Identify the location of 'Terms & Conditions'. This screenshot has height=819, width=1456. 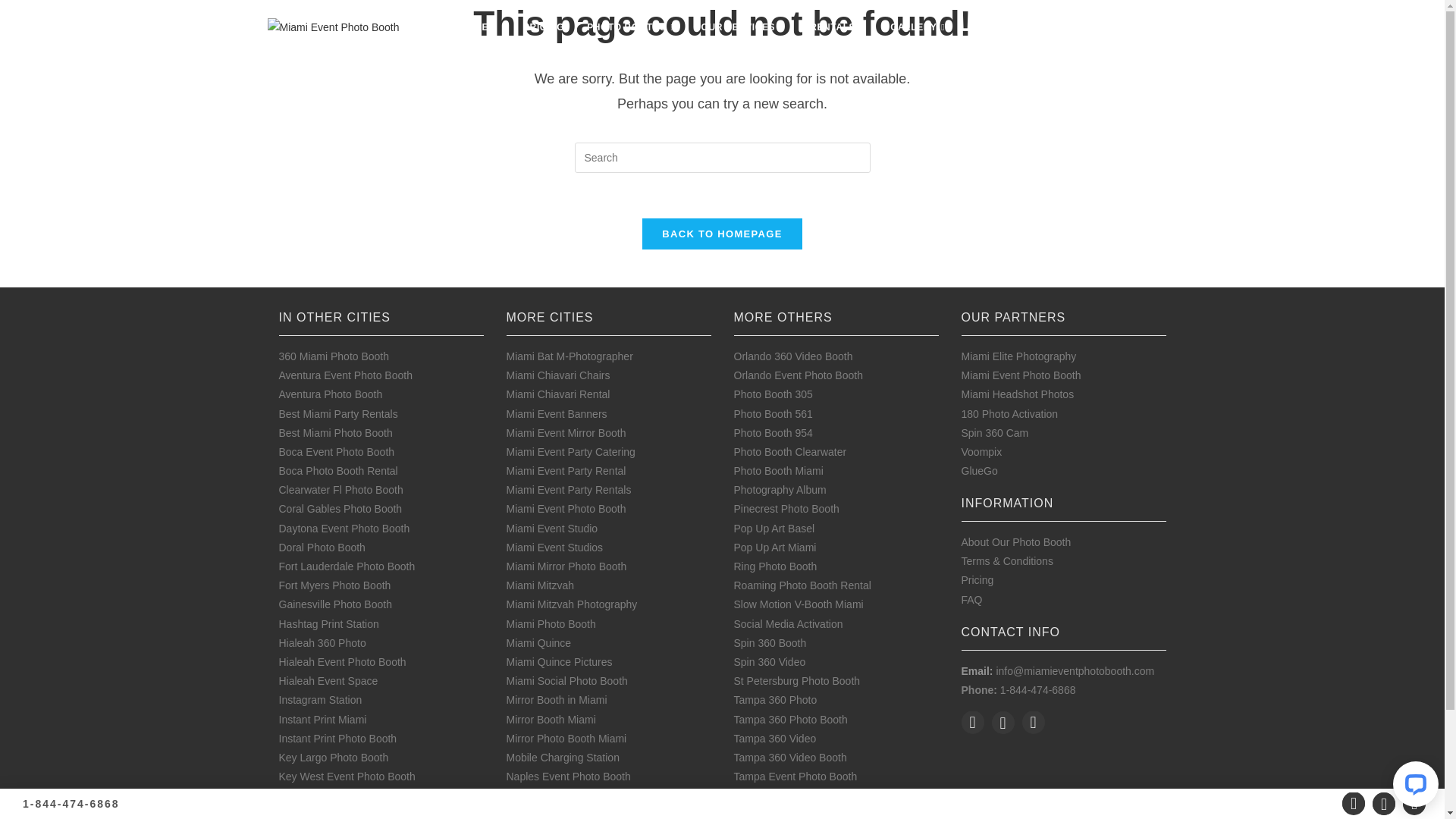
(960, 561).